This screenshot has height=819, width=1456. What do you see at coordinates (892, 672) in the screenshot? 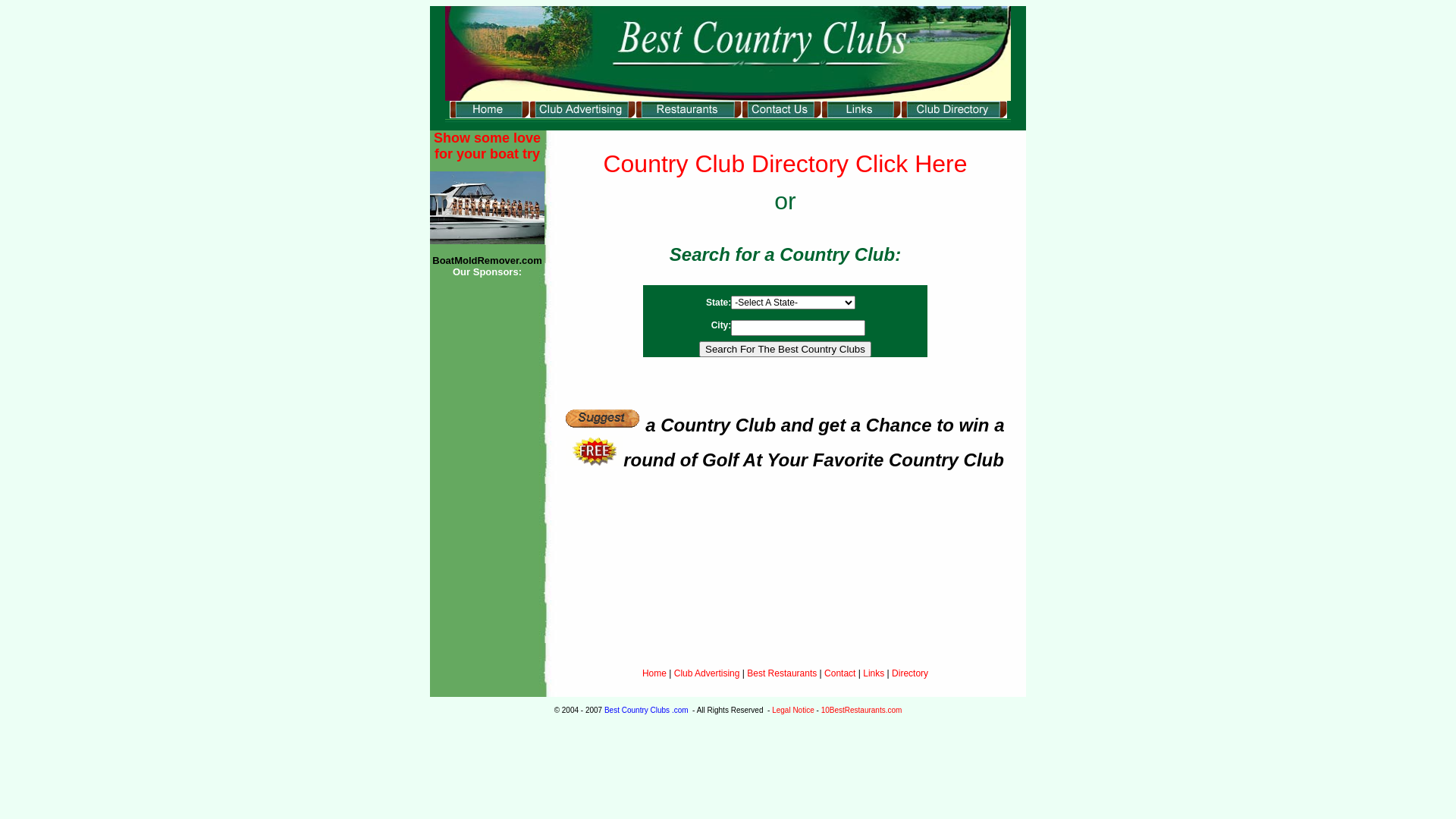
I see `'Directory'` at bounding box center [892, 672].